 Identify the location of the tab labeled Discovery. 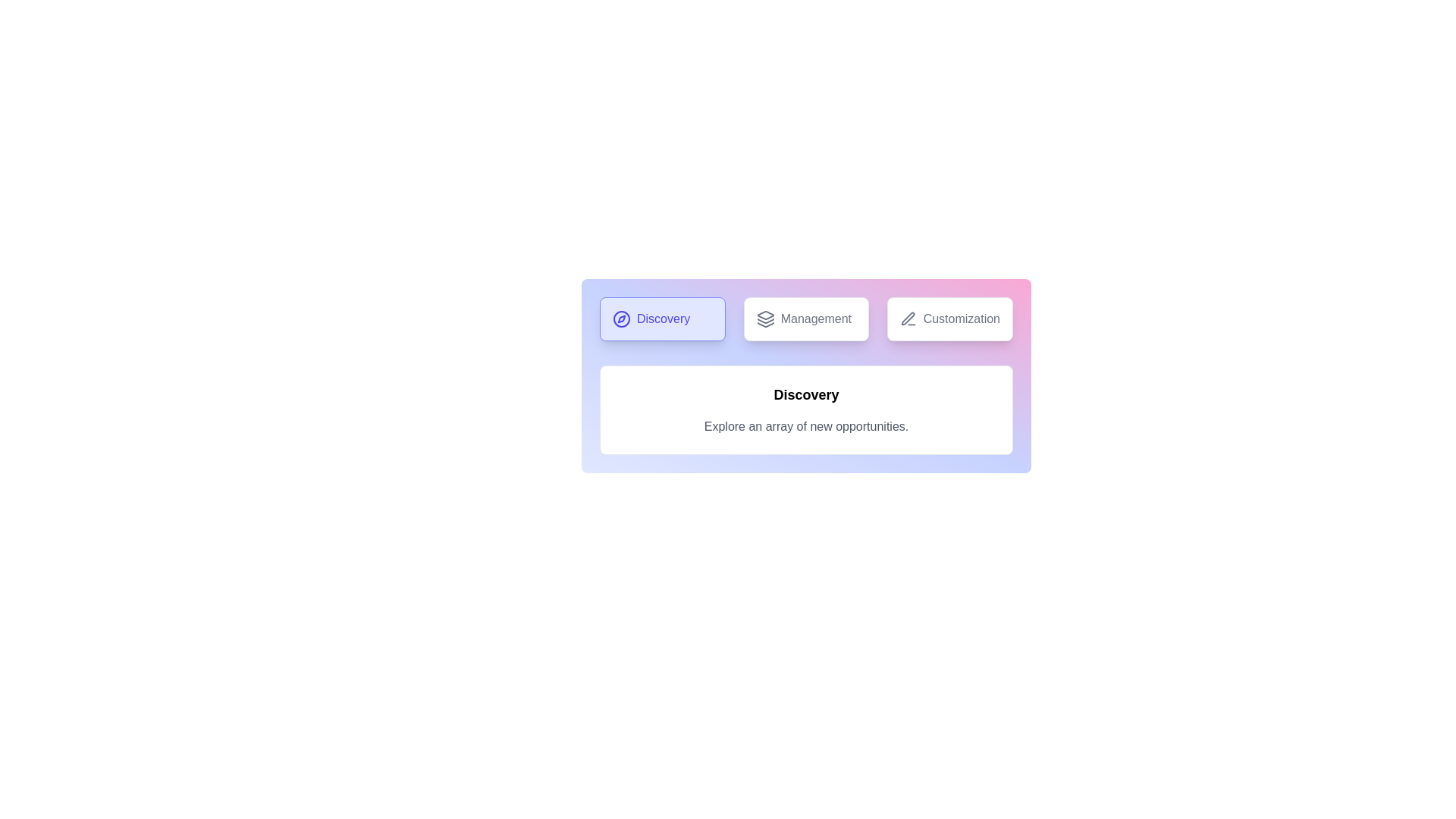
(662, 318).